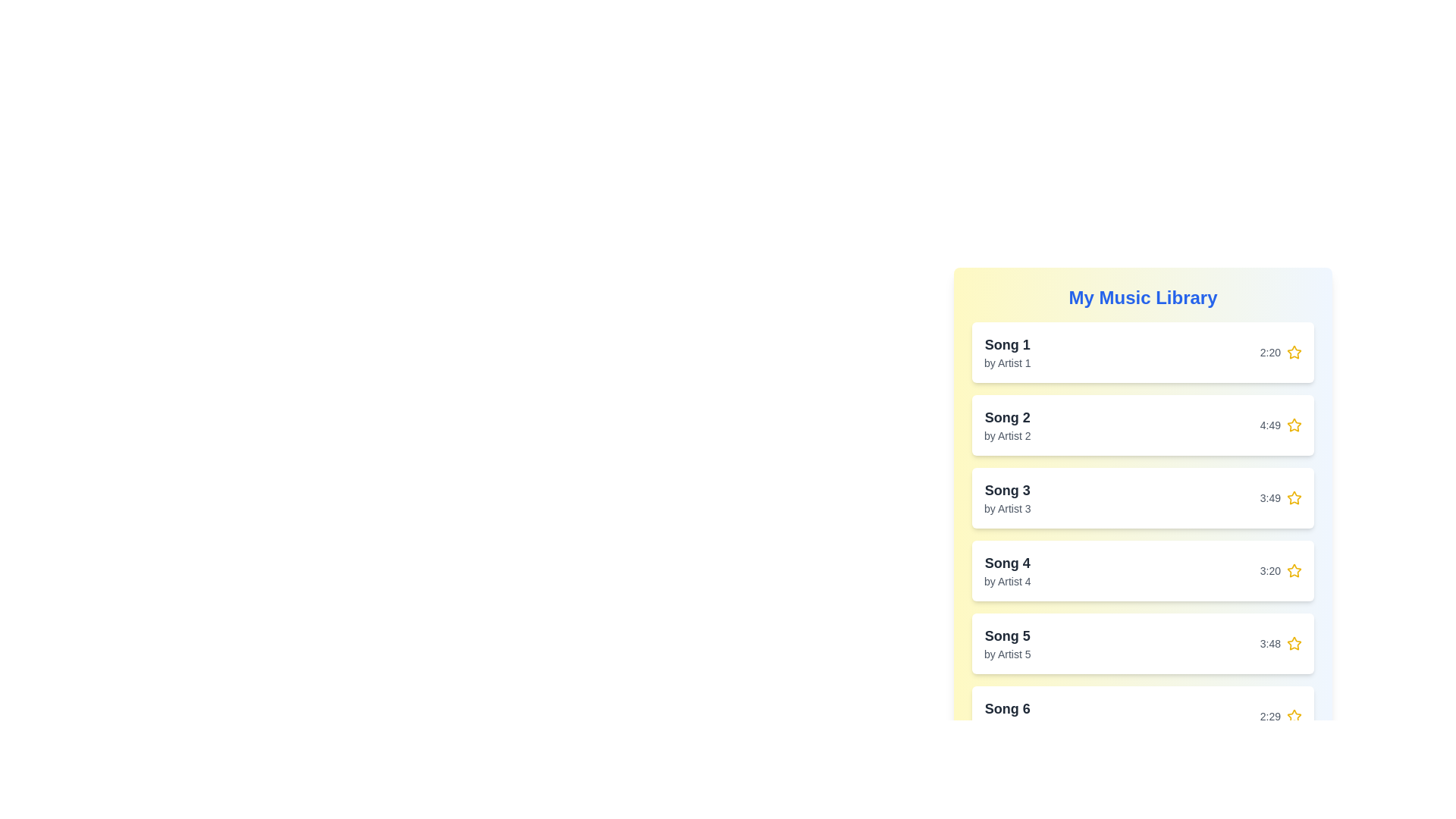  Describe the element at coordinates (1007, 581) in the screenshot. I see `text content of the artist label located directly below 'Song 4' in the 'My Music Library' list` at that location.